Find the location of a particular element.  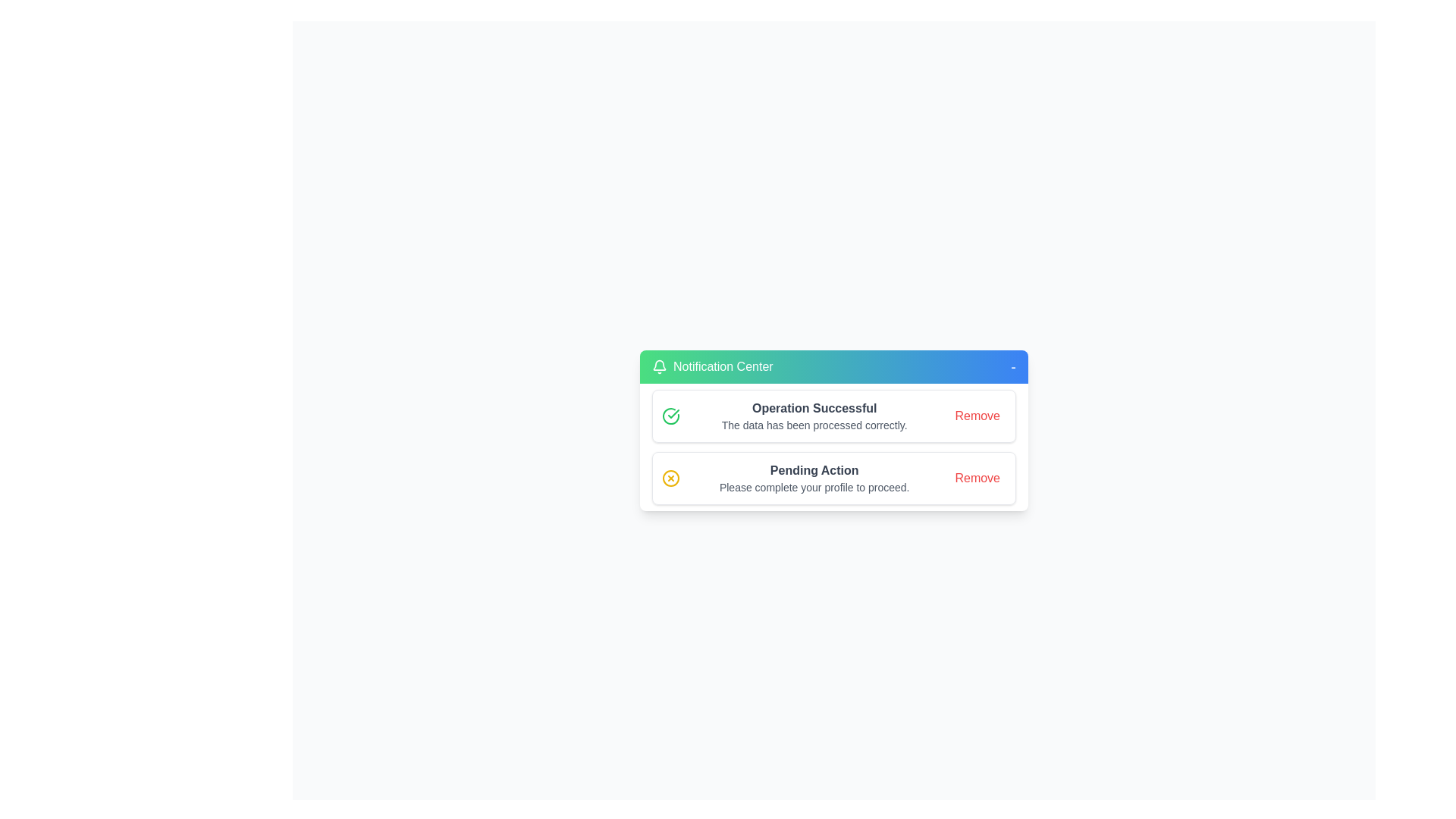

title 'Pending Action' and the description 'Please complete your profile to proceed.' from the second notification card in the Notification Center is located at coordinates (833, 479).